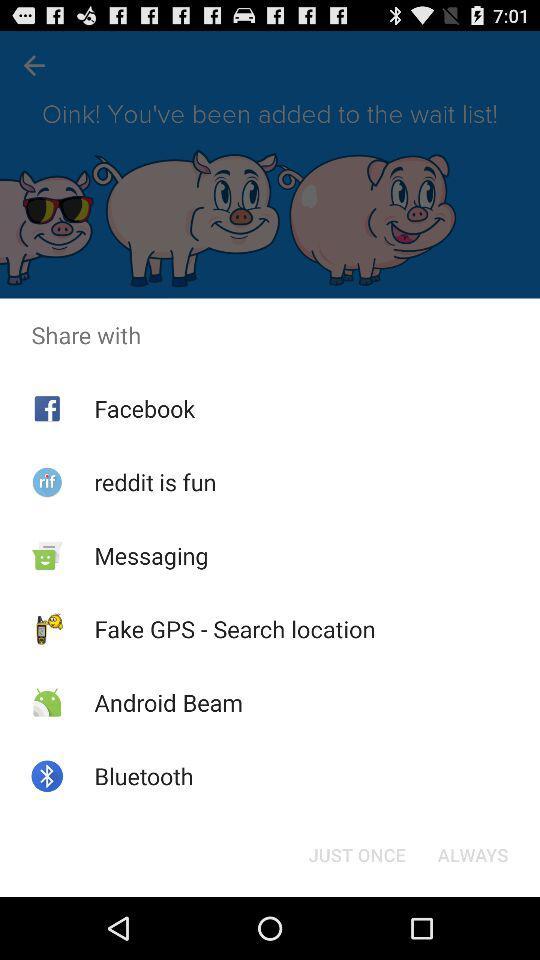  I want to click on fake gps search item, so click(234, 628).